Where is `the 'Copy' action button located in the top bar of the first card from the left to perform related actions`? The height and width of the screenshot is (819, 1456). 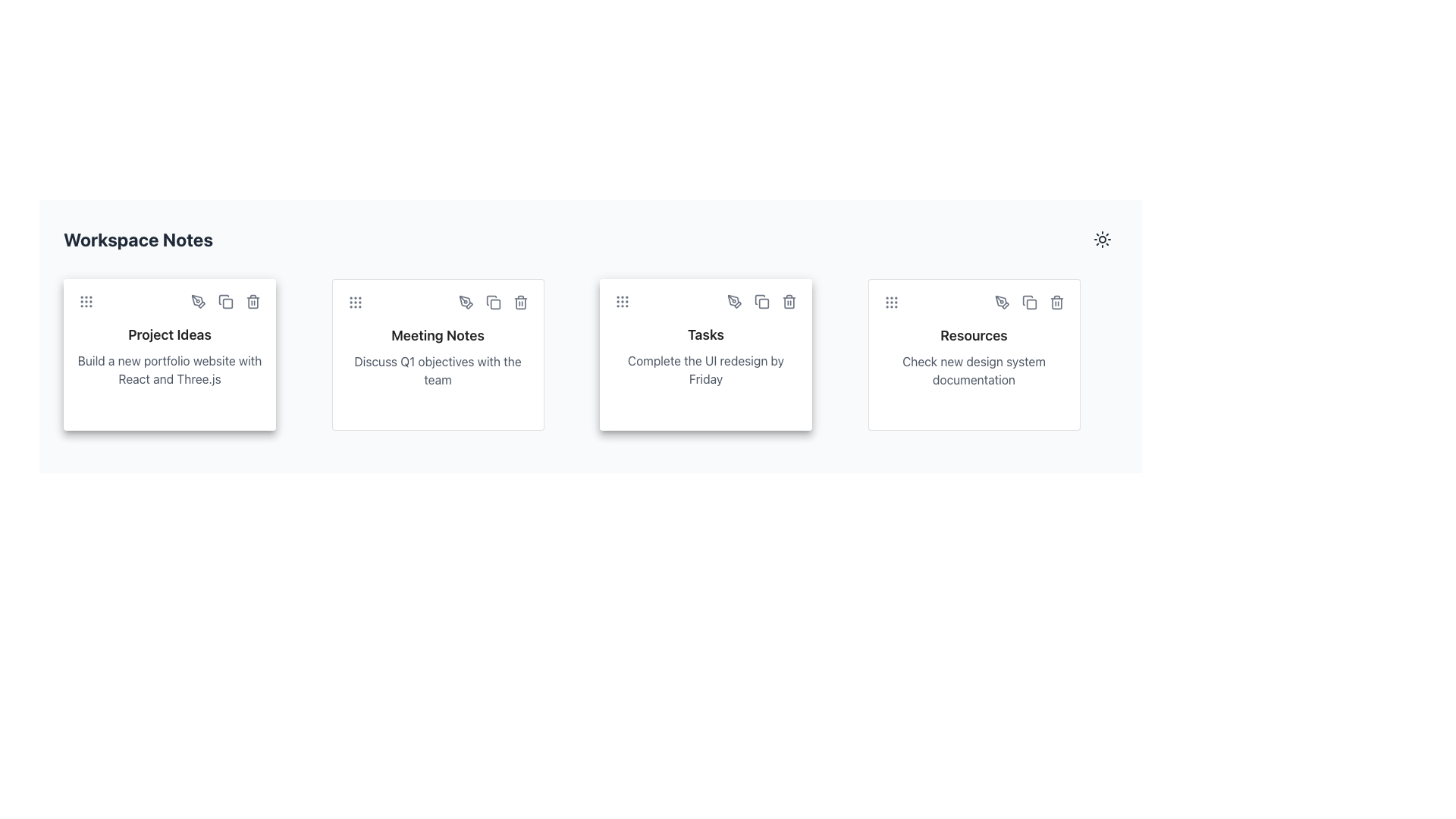 the 'Copy' action button located in the top bar of the first card from the left to perform related actions is located at coordinates (224, 301).